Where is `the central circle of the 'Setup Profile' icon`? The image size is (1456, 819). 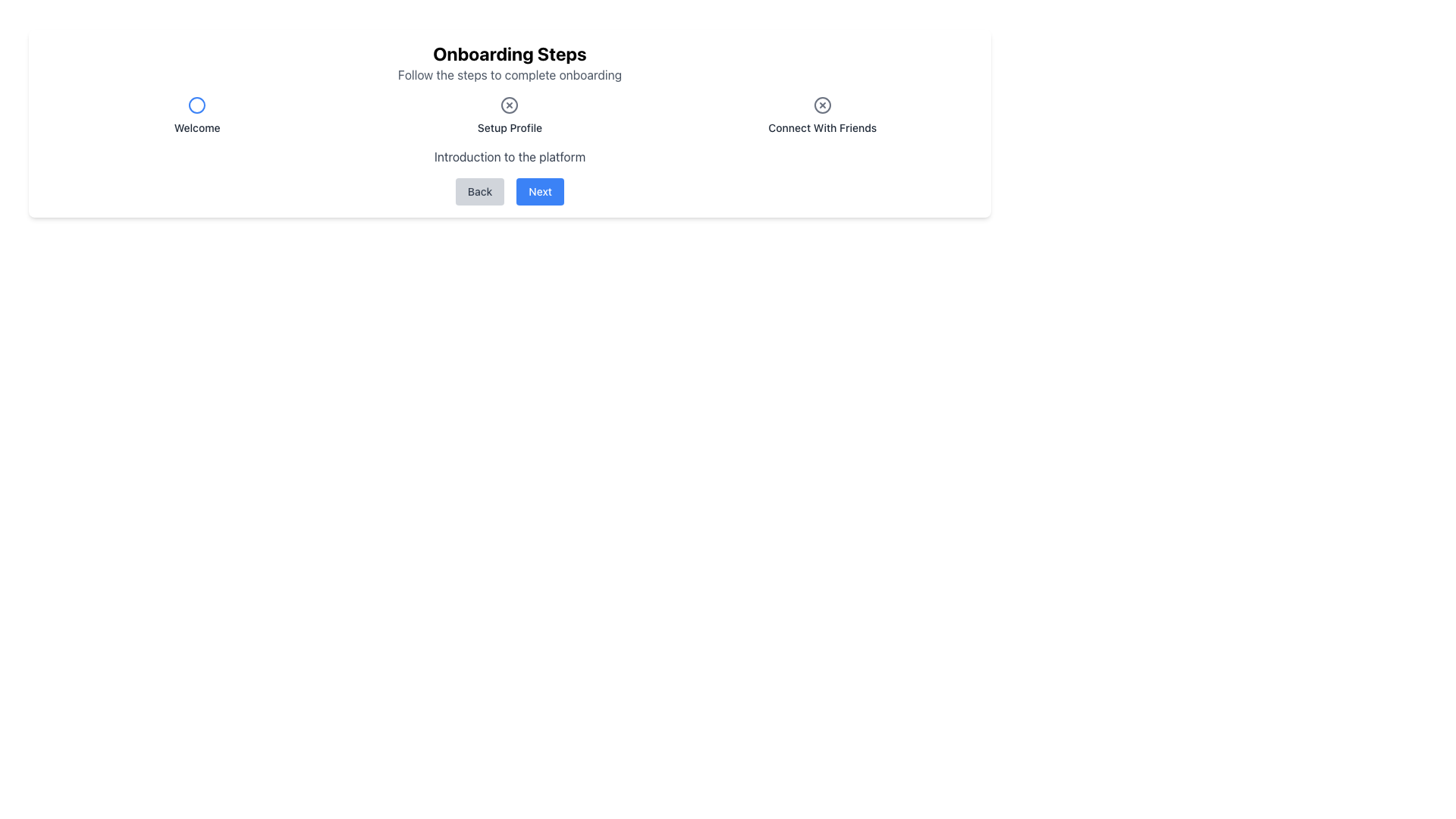
the central circle of the 'Setup Profile' icon is located at coordinates (510, 104).